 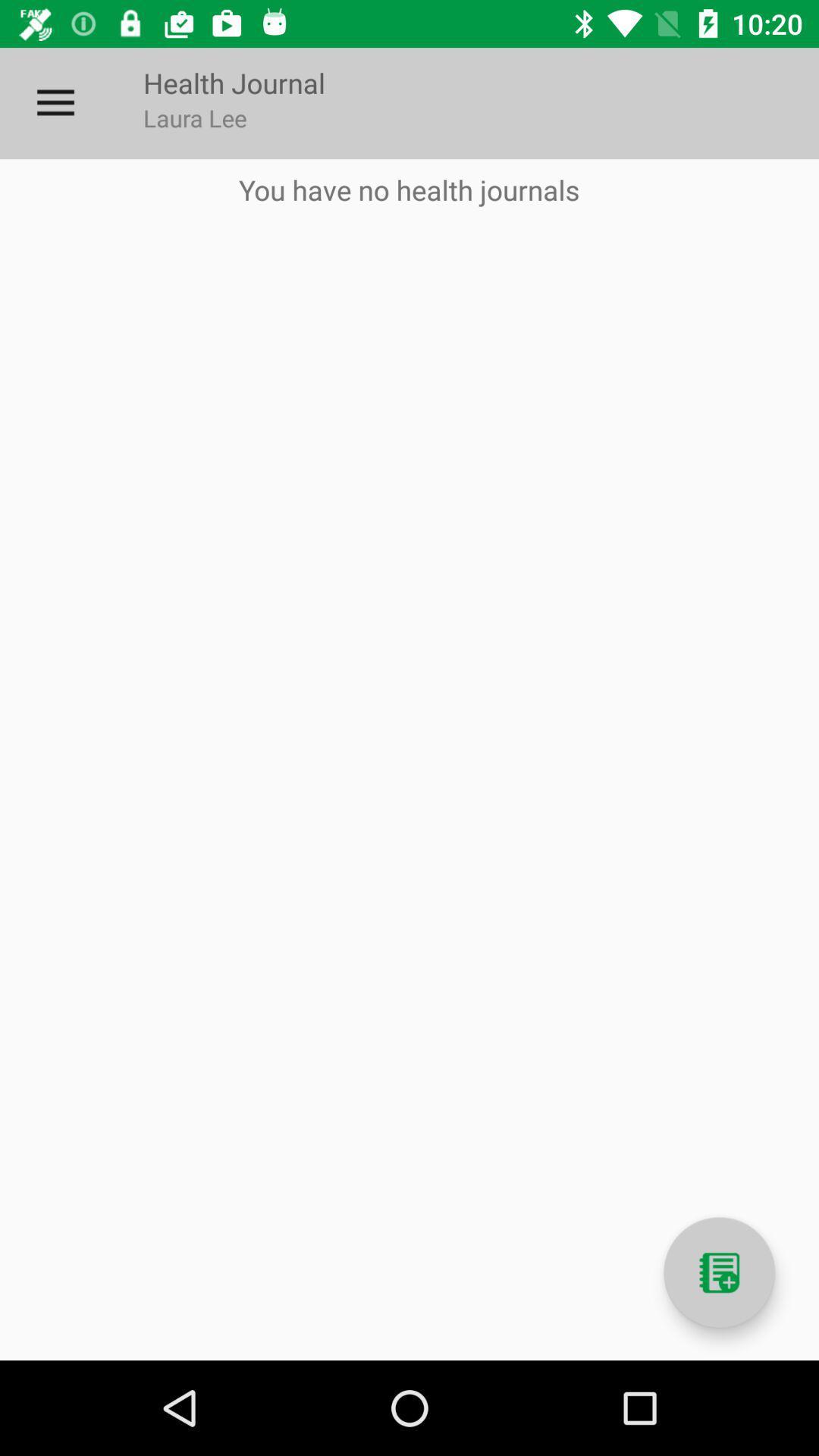 What do you see at coordinates (718, 1272) in the screenshot?
I see `the item at the bottom right corner` at bounding box center [718, 1272].